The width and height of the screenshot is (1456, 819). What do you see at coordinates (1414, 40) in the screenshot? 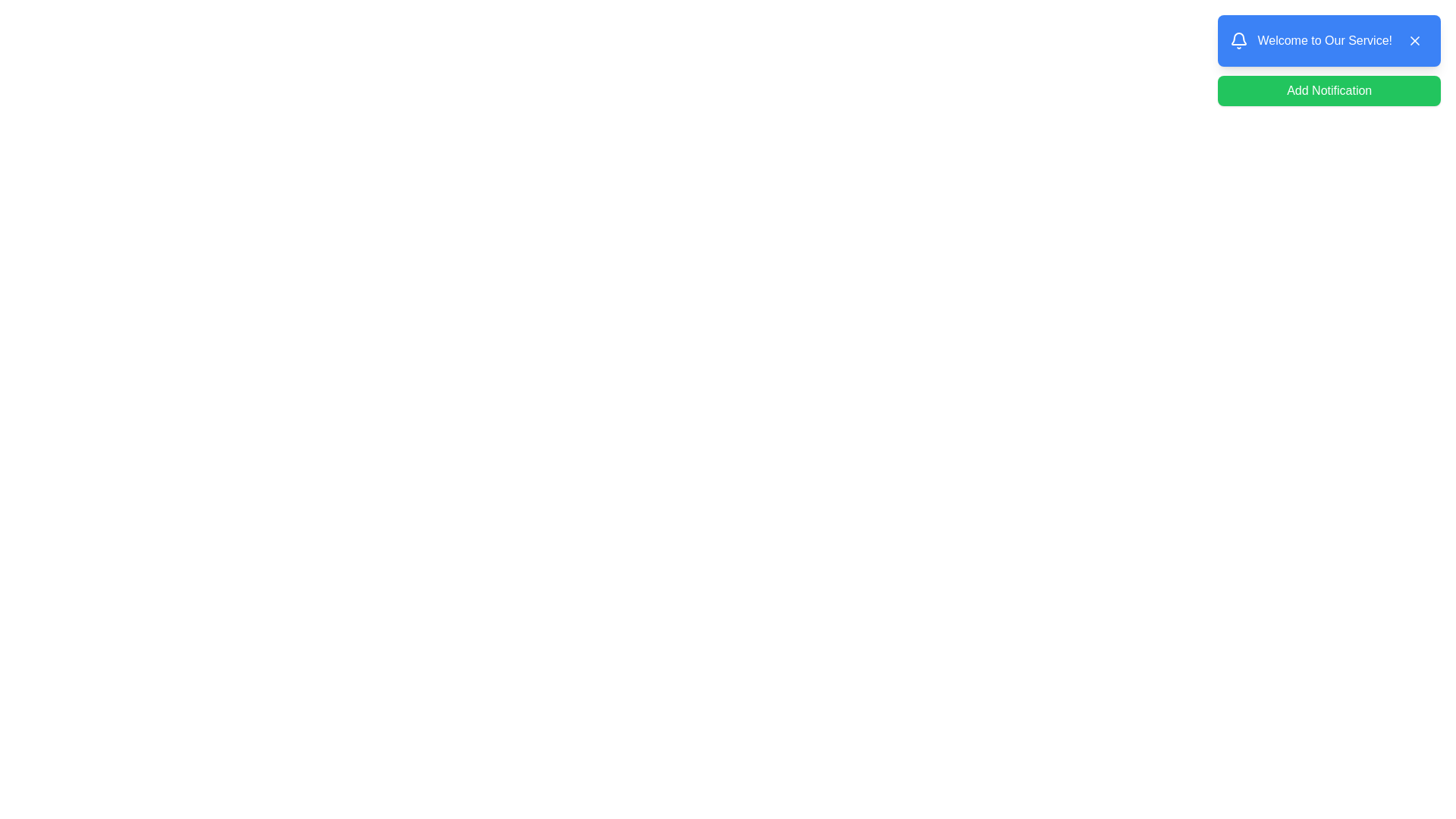
I see `the small 'X' icon button located at the top right corner of the blue notification banner` at bounding box center [1414, 40].